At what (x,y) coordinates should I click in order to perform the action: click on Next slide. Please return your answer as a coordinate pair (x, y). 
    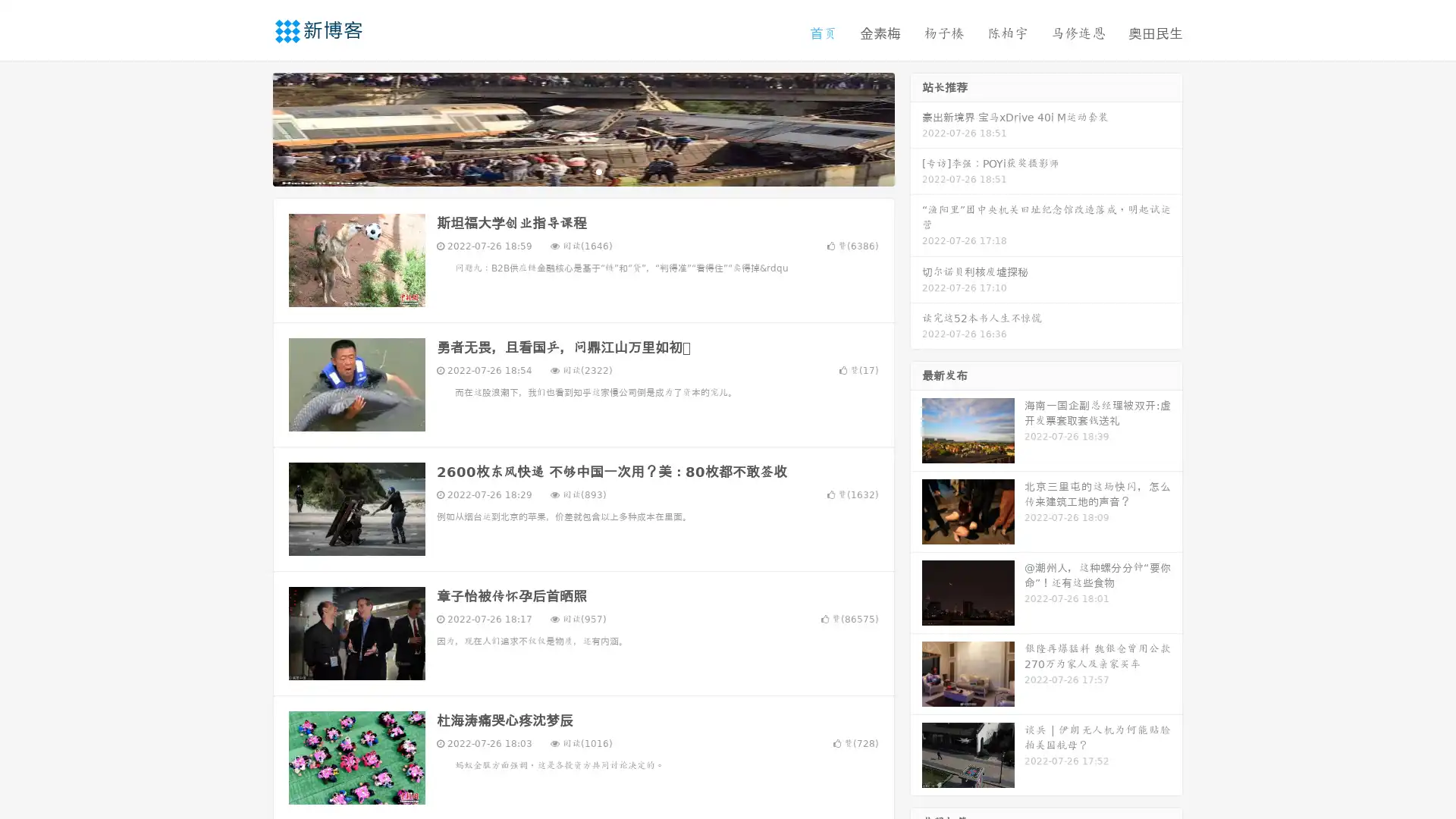
    Looking at the image, I should click on (916, 127).